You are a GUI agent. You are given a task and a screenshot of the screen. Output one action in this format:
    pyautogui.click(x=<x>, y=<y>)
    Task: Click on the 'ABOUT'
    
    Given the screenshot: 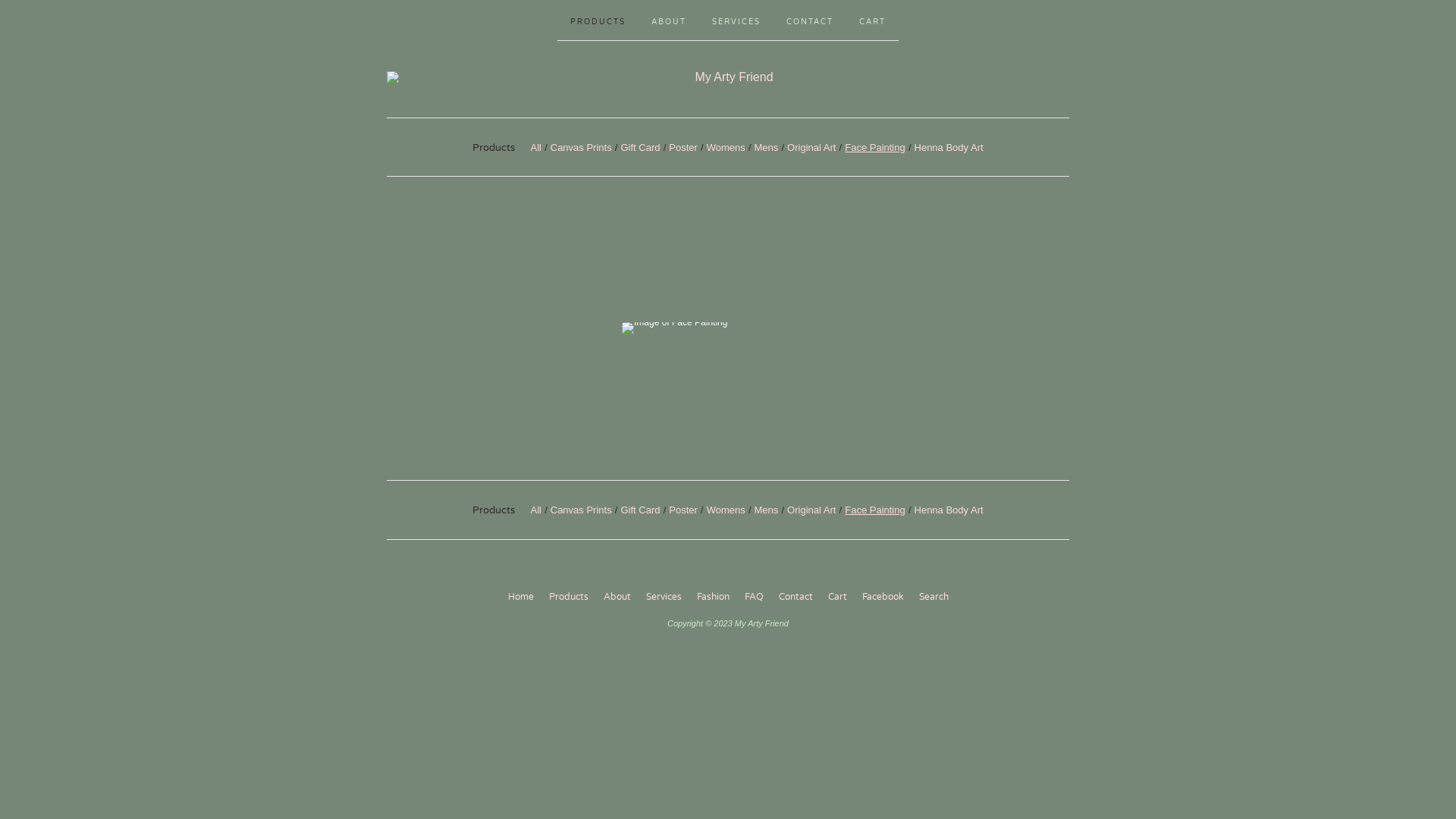 What is the action you would take?
    pyautogui.click(x=668, y=20)
    